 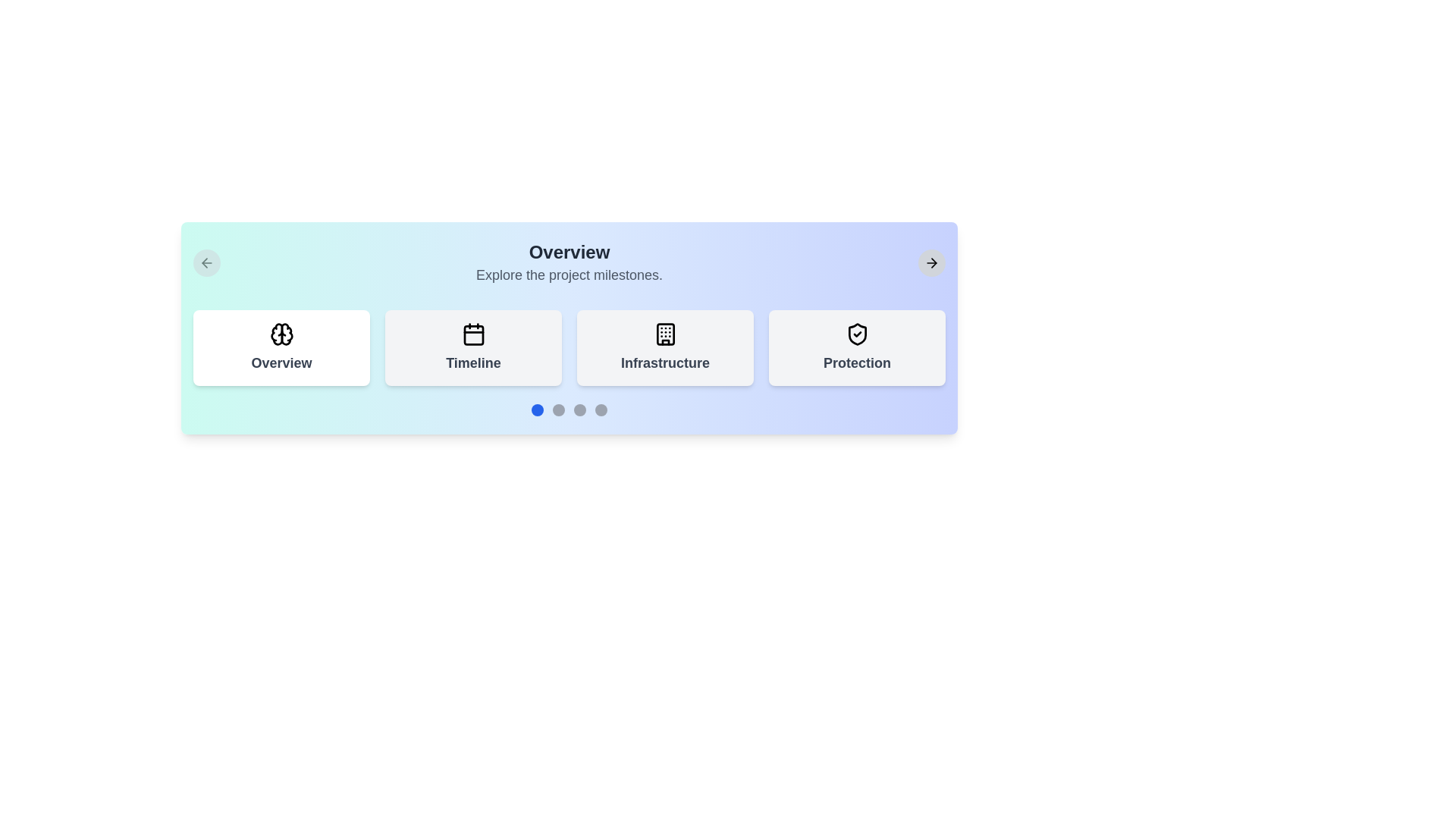 What do you see at coordinates (665, 333) in the screenshot?
I see `the icon representing a building, which features a grid-like window pattern and a rectangular outline, located under the 'Infrastructure' heading in the third card of a four-card interface` at bounding box center [665, 333].